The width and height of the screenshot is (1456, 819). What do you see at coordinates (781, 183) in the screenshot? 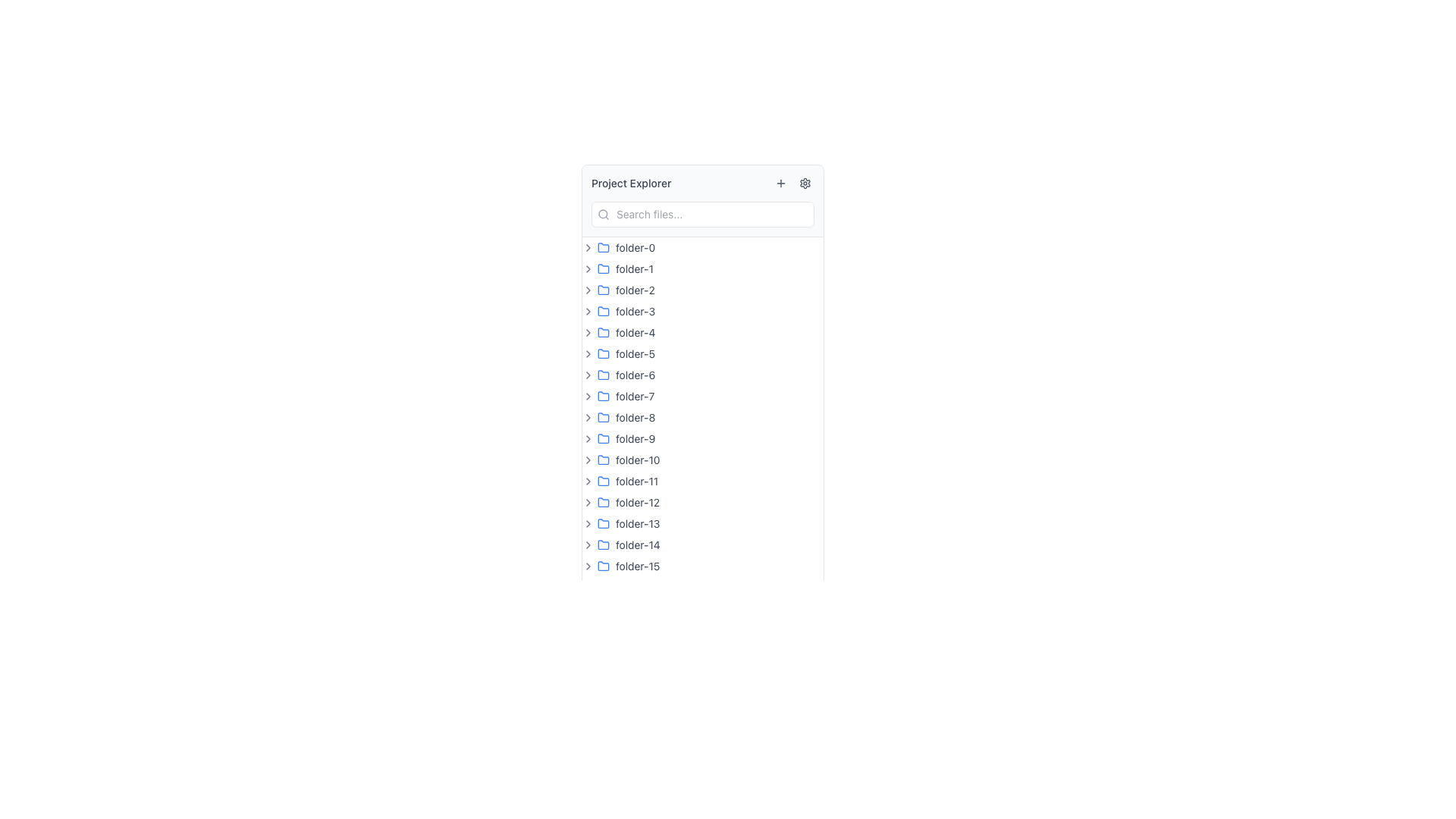
I see `the small square button with a plus (+) icon, located in the toolbar at the top-right of the 'Project Explorer' panel` at bounding box center [781, 183].